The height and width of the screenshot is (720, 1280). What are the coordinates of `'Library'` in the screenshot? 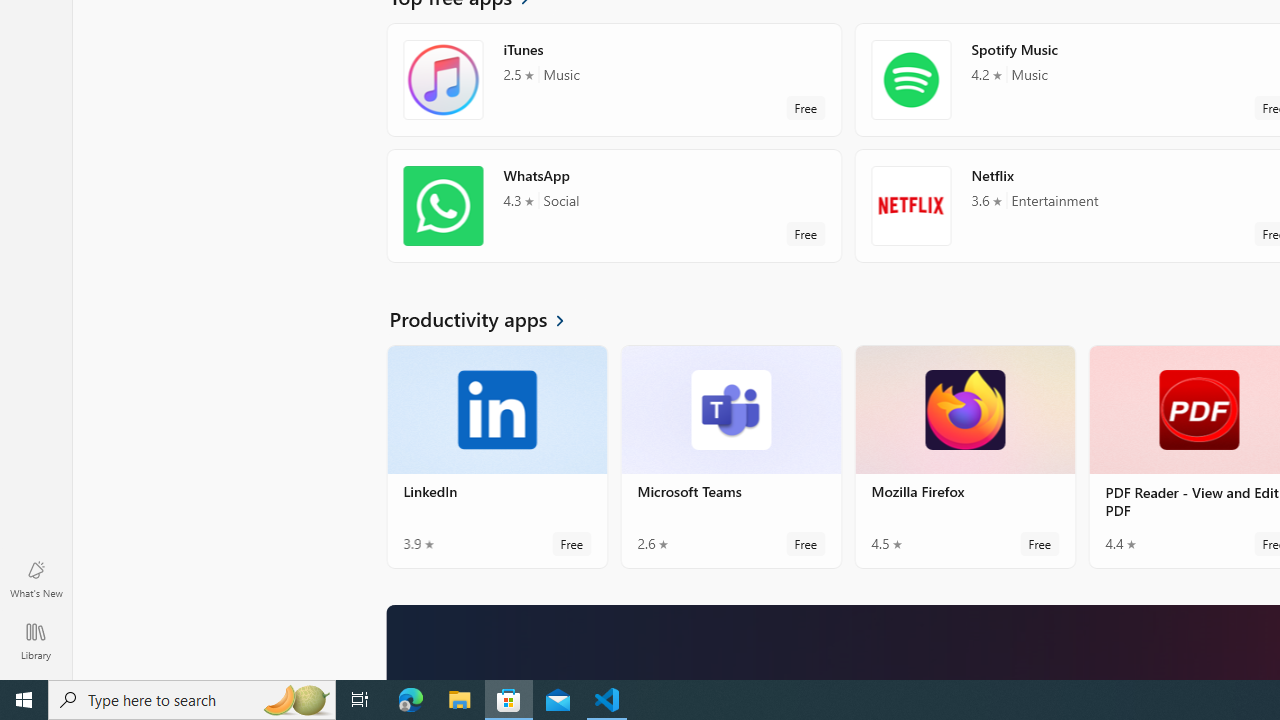 It's located at (35, 640).